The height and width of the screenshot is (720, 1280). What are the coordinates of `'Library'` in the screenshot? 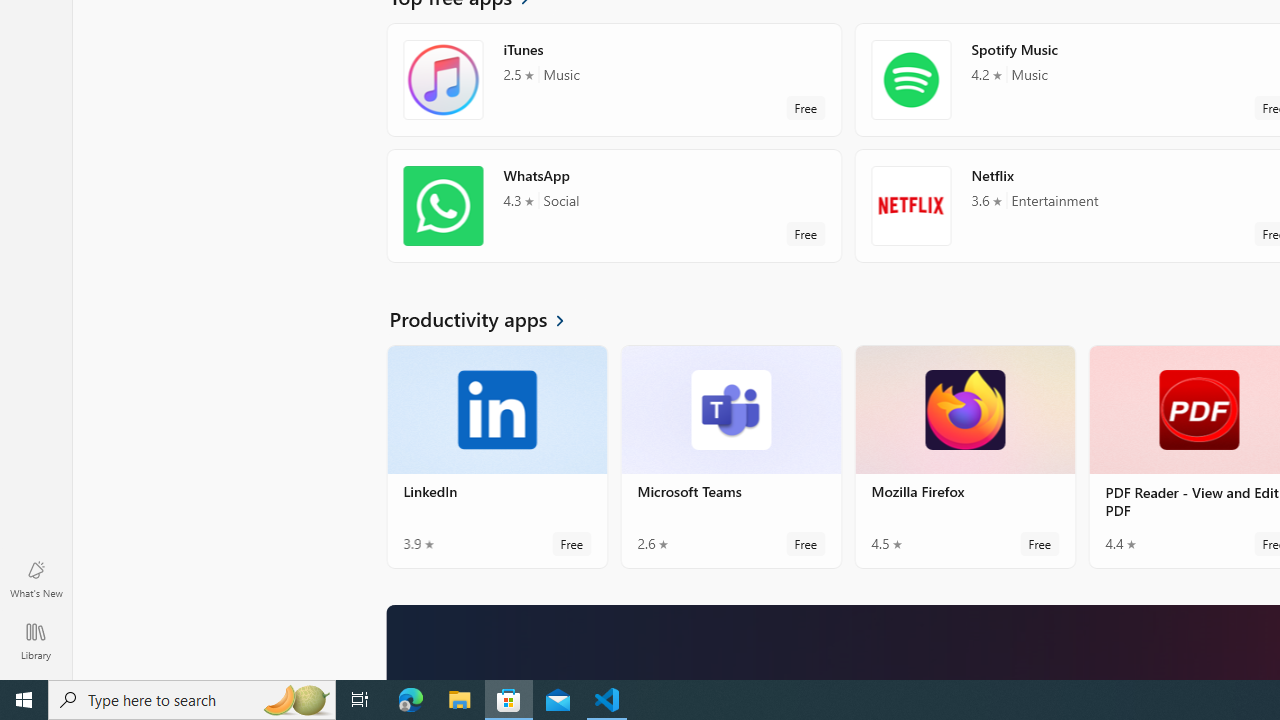 It's located at (35, 640).